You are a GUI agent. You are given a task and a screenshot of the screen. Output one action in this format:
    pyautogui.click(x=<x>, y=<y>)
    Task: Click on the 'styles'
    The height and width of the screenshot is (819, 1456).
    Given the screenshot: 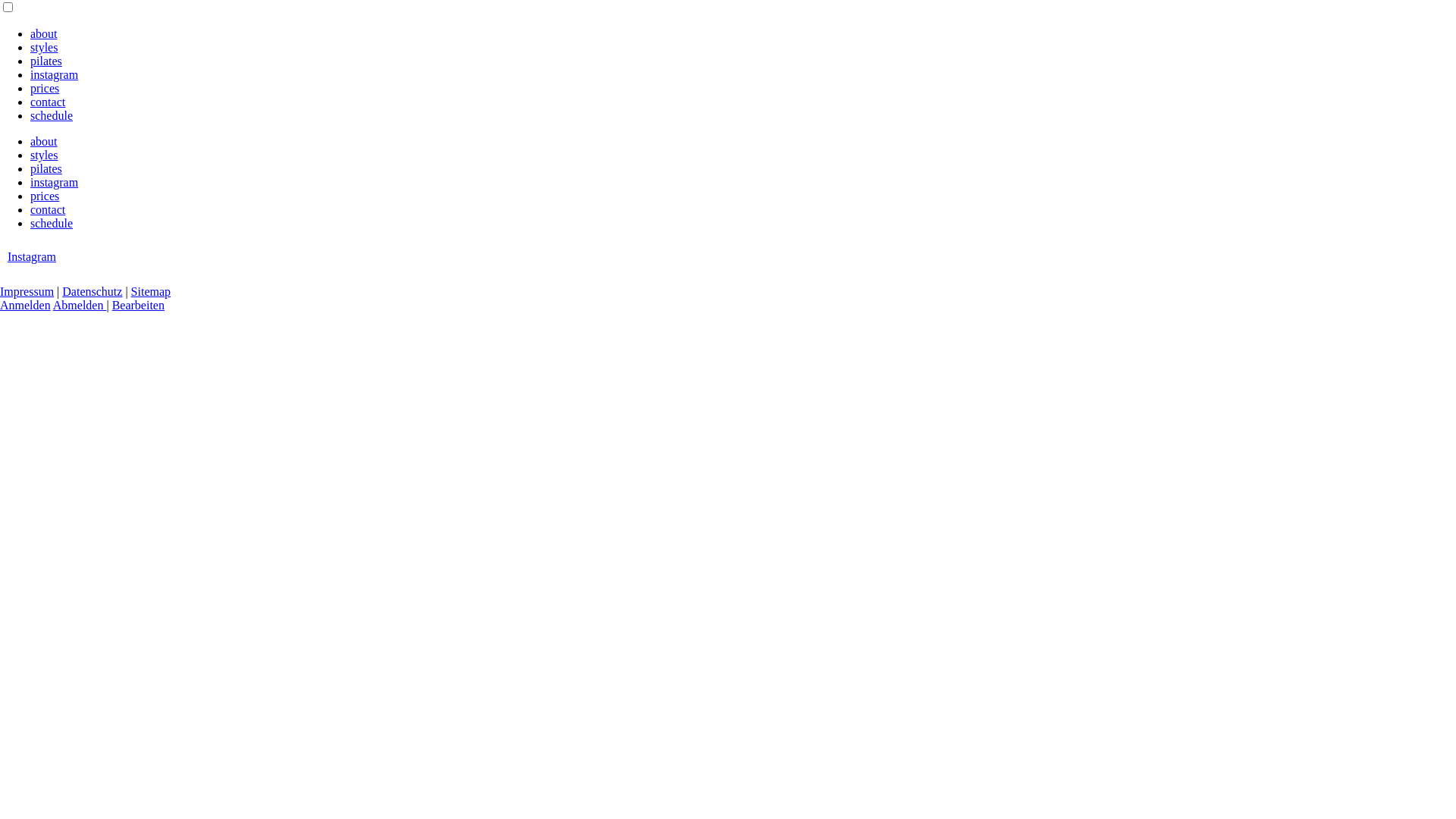 What is the action you would take?
    pyautogui.click(x=43, y=155)
    